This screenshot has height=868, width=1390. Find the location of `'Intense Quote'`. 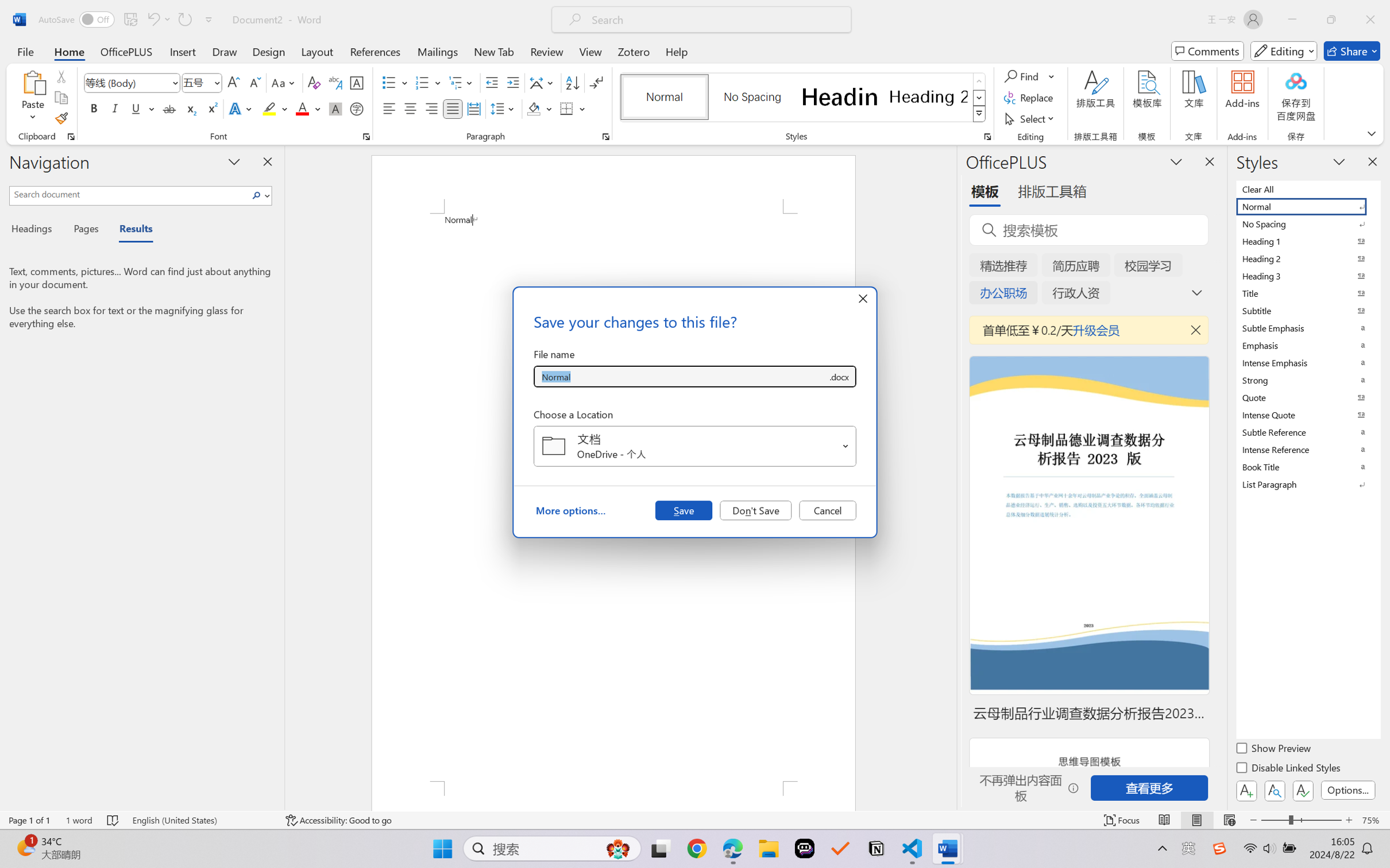

'Intense Quote' is located at coordinates (1307, 414).